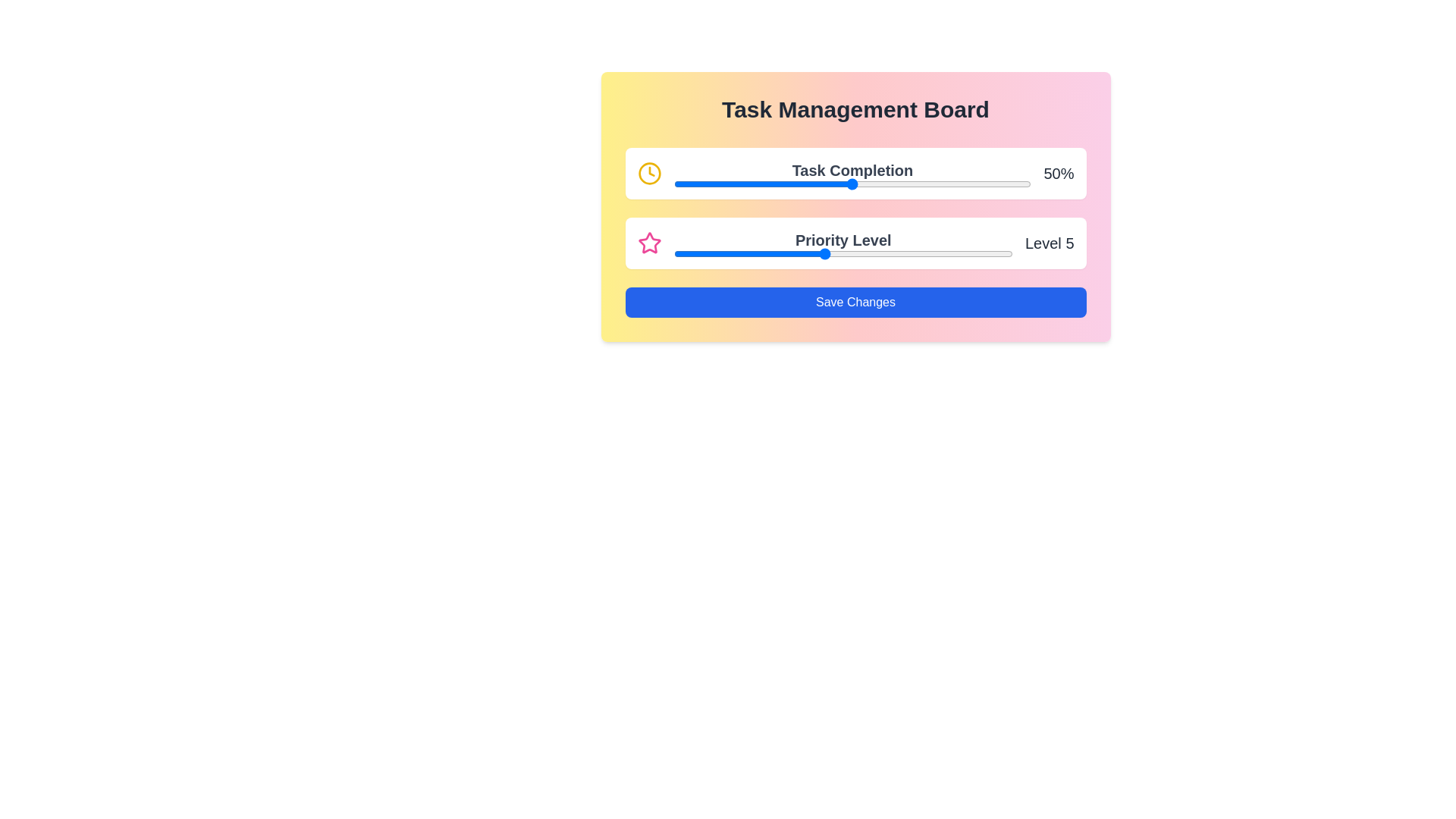  Describe the element at coordinates (1003, 184) in the screenshot. I see `task completion percentage` at that location.